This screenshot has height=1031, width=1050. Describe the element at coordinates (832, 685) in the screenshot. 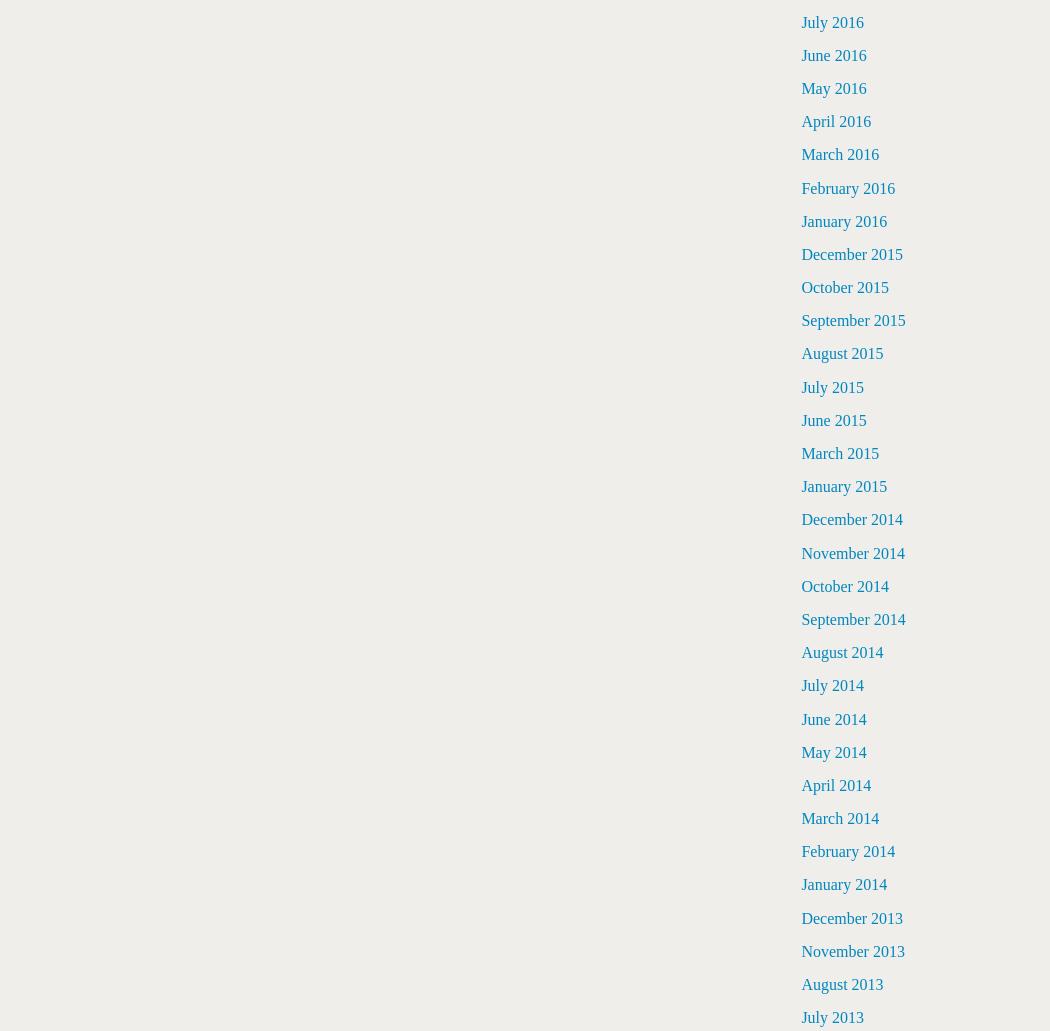

I see `'July 2014'` at that location.